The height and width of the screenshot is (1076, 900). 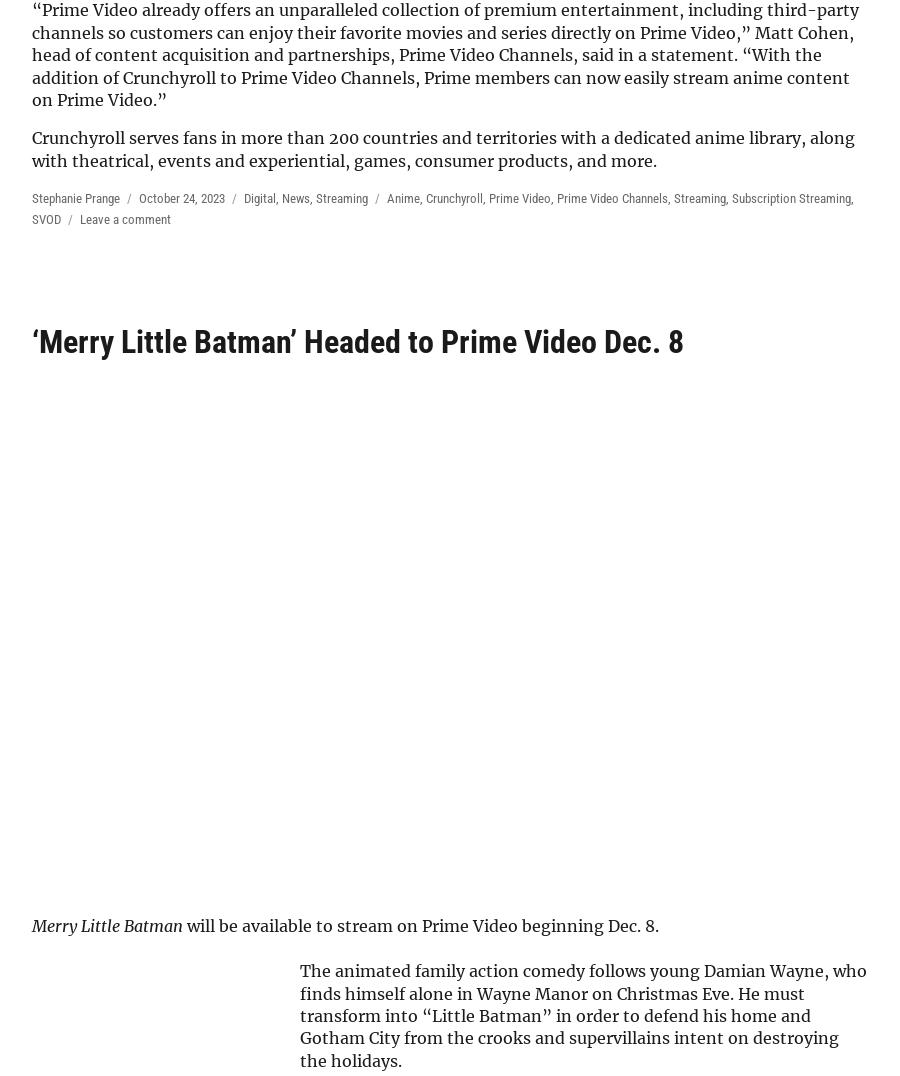 I want to click on 'Leave a comment', so click(x=125, y=218).